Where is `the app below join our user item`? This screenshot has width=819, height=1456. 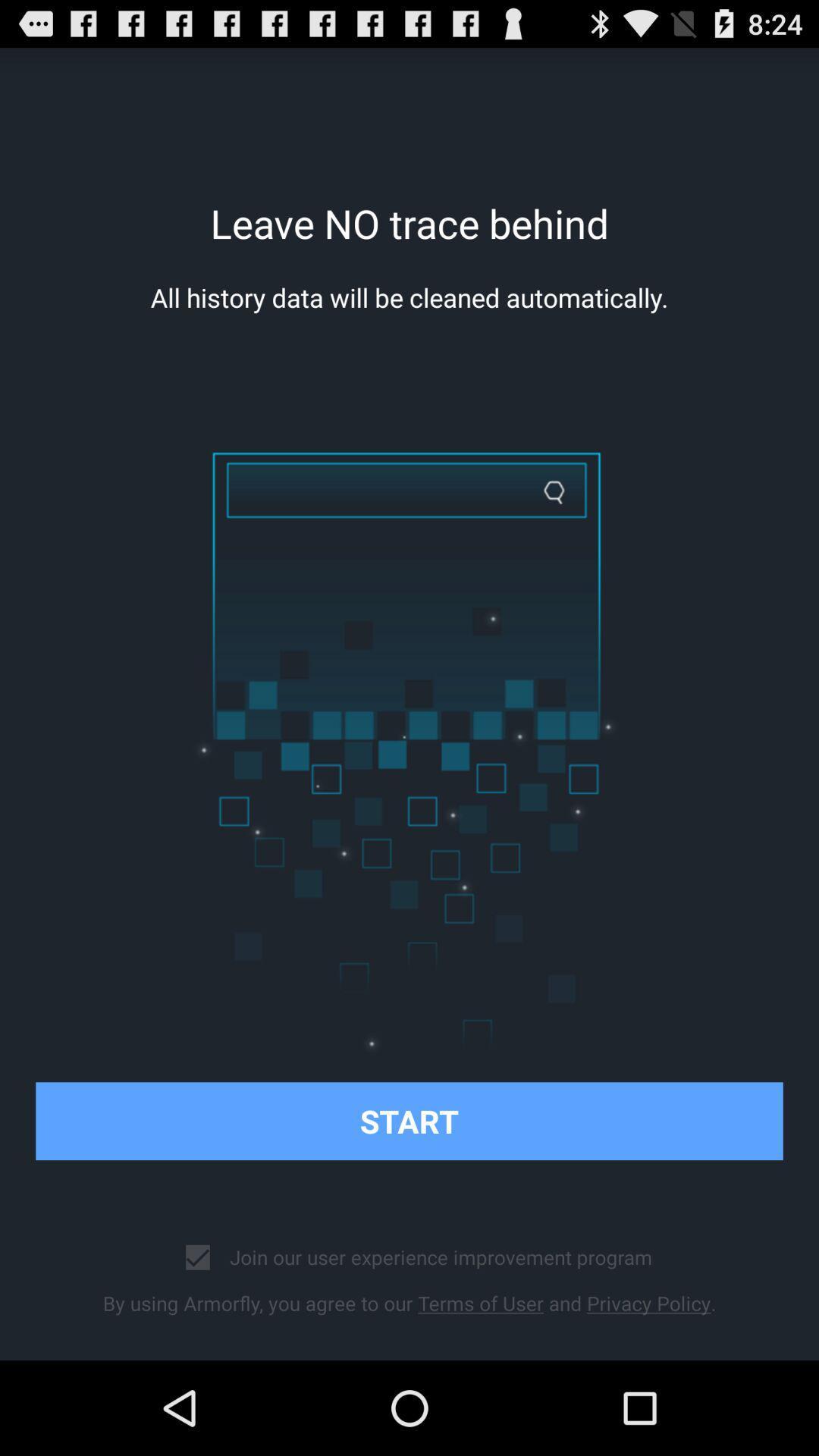
the app below join our user item is located at coordinates (409, 1302).